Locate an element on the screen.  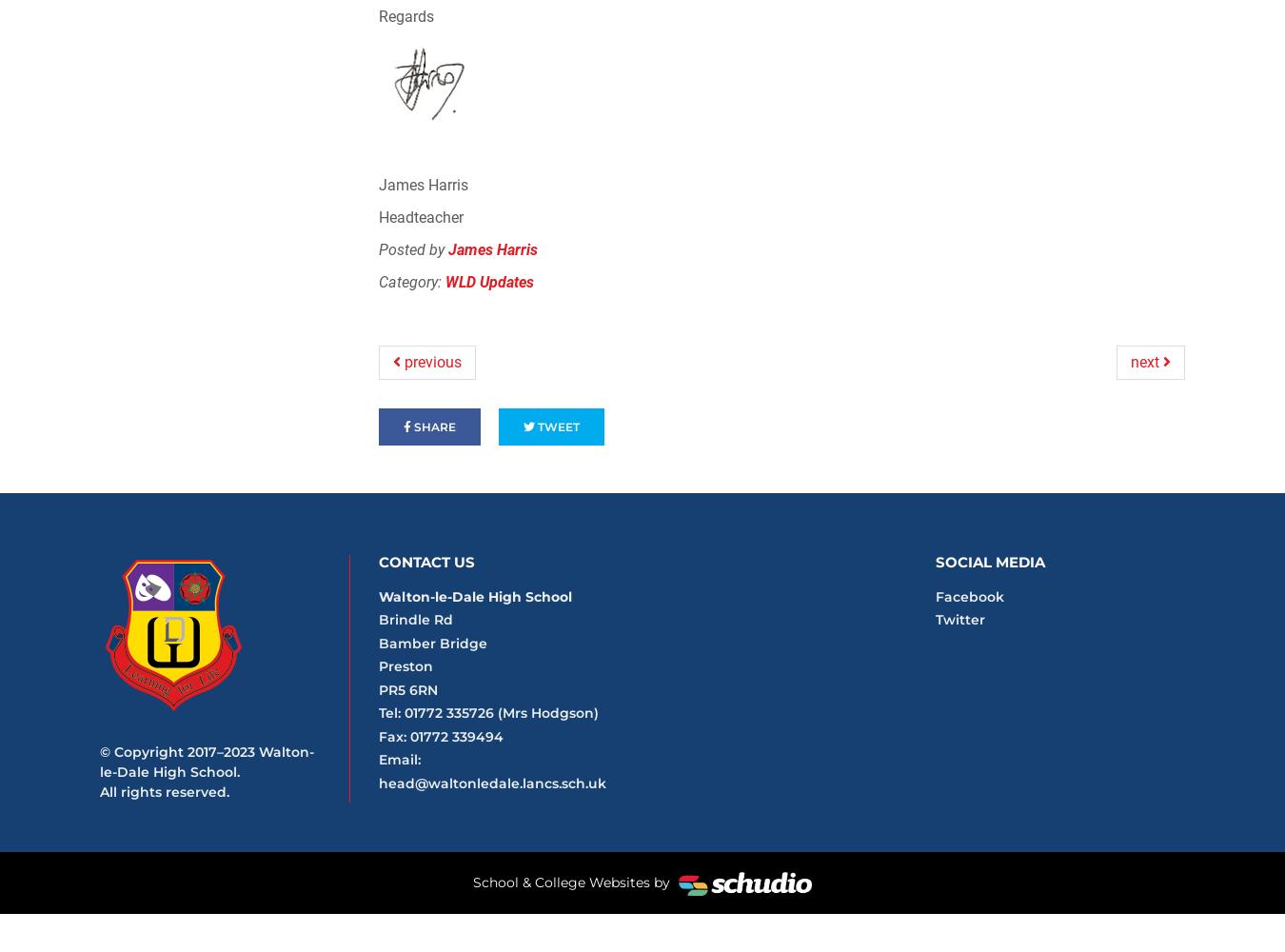
'Headteacher' is located at coordinates (378, 216).